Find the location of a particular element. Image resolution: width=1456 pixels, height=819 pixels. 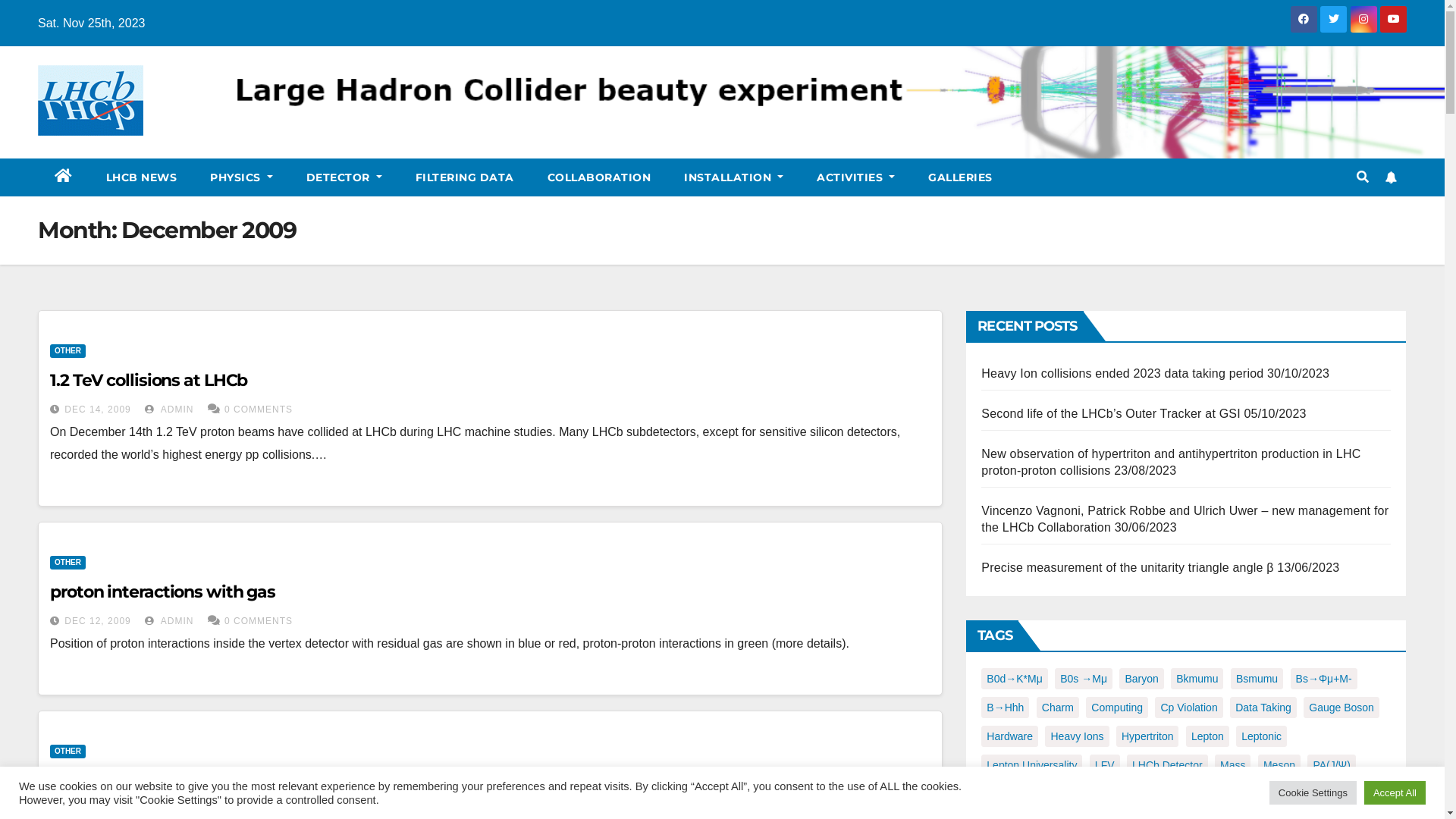

'FILTERING DATA' is located at coordinates (399, 177).